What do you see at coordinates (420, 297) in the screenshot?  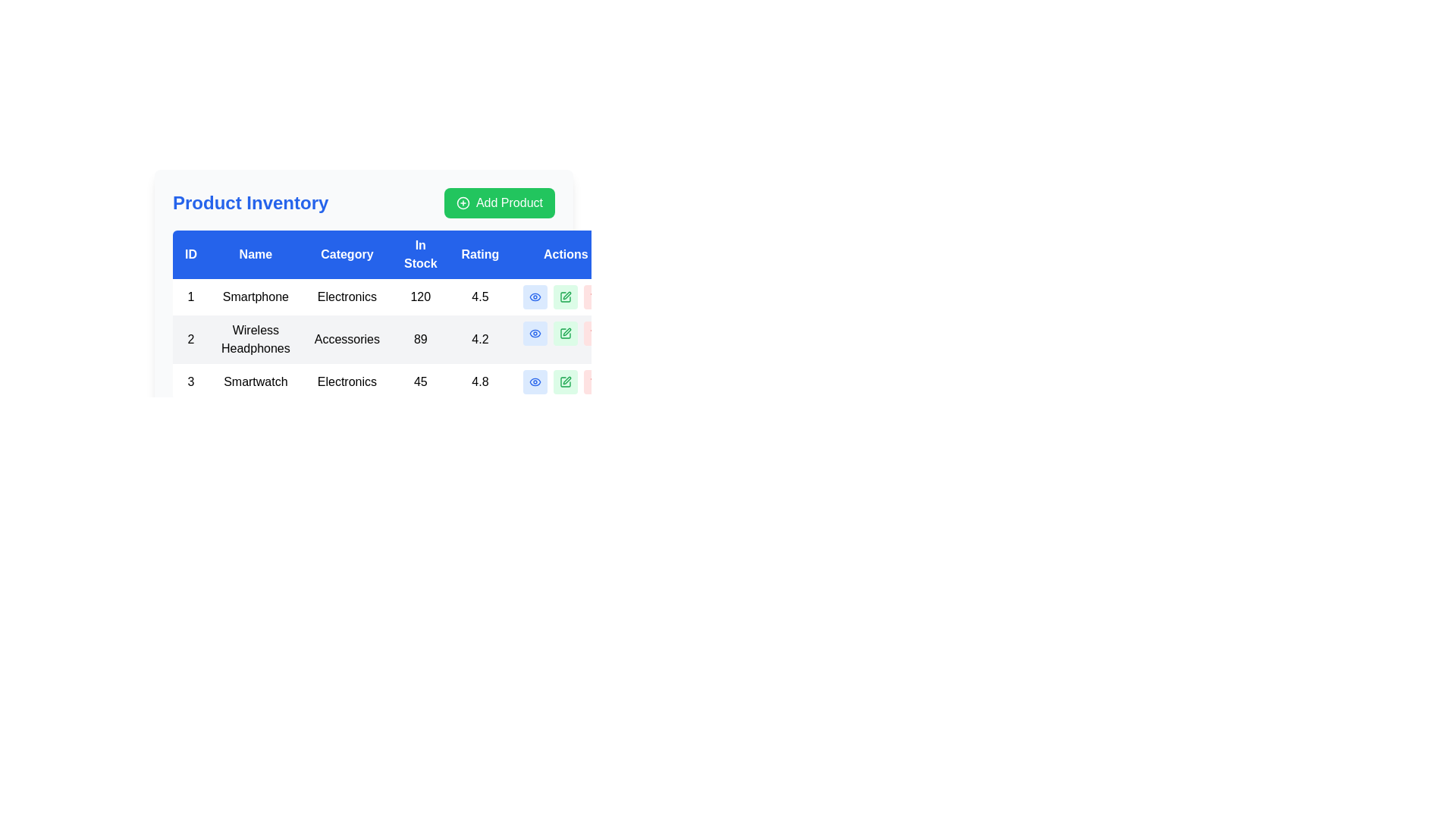 I see `the table cell displaying the number '120' in bold, centered format located in the 'In Stock' column of the first row` at bounding box center [420, 297].